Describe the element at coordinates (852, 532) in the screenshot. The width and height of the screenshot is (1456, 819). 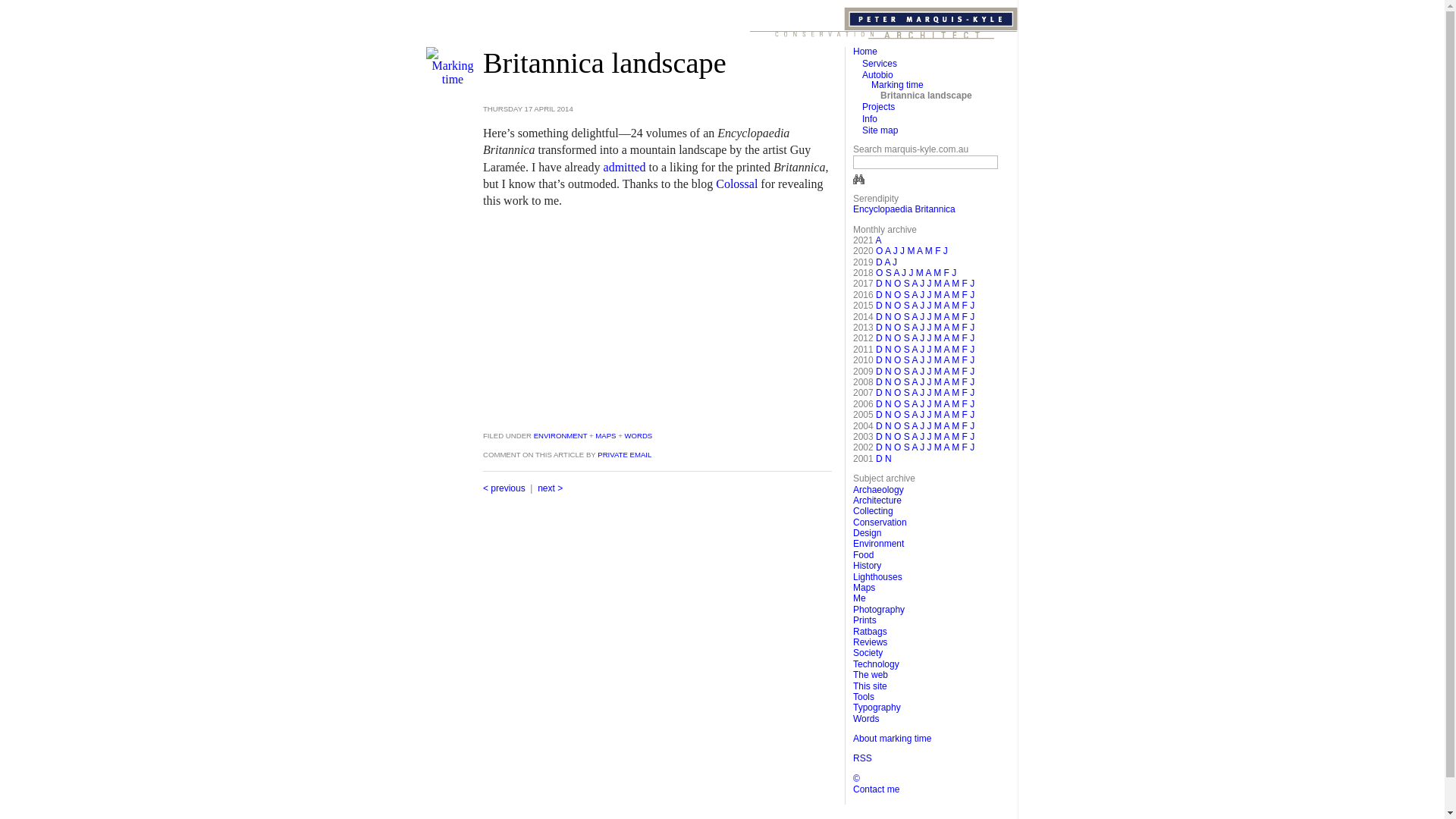
I see `'Design'` at that location.